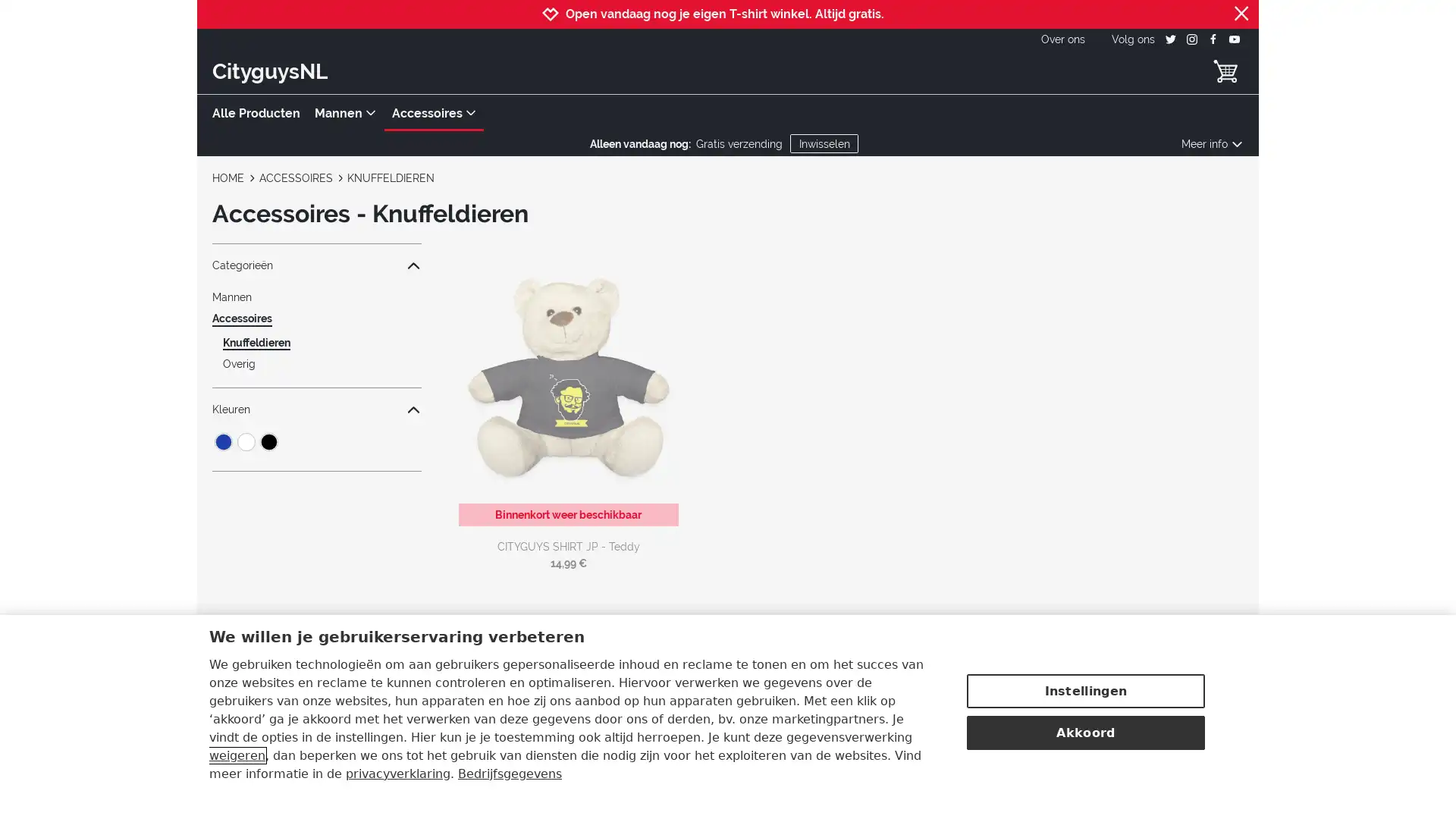  What do you see at coordinates (315, 265) in the screenshot?
I see `Categorieen` at bounding box center [315, 265].